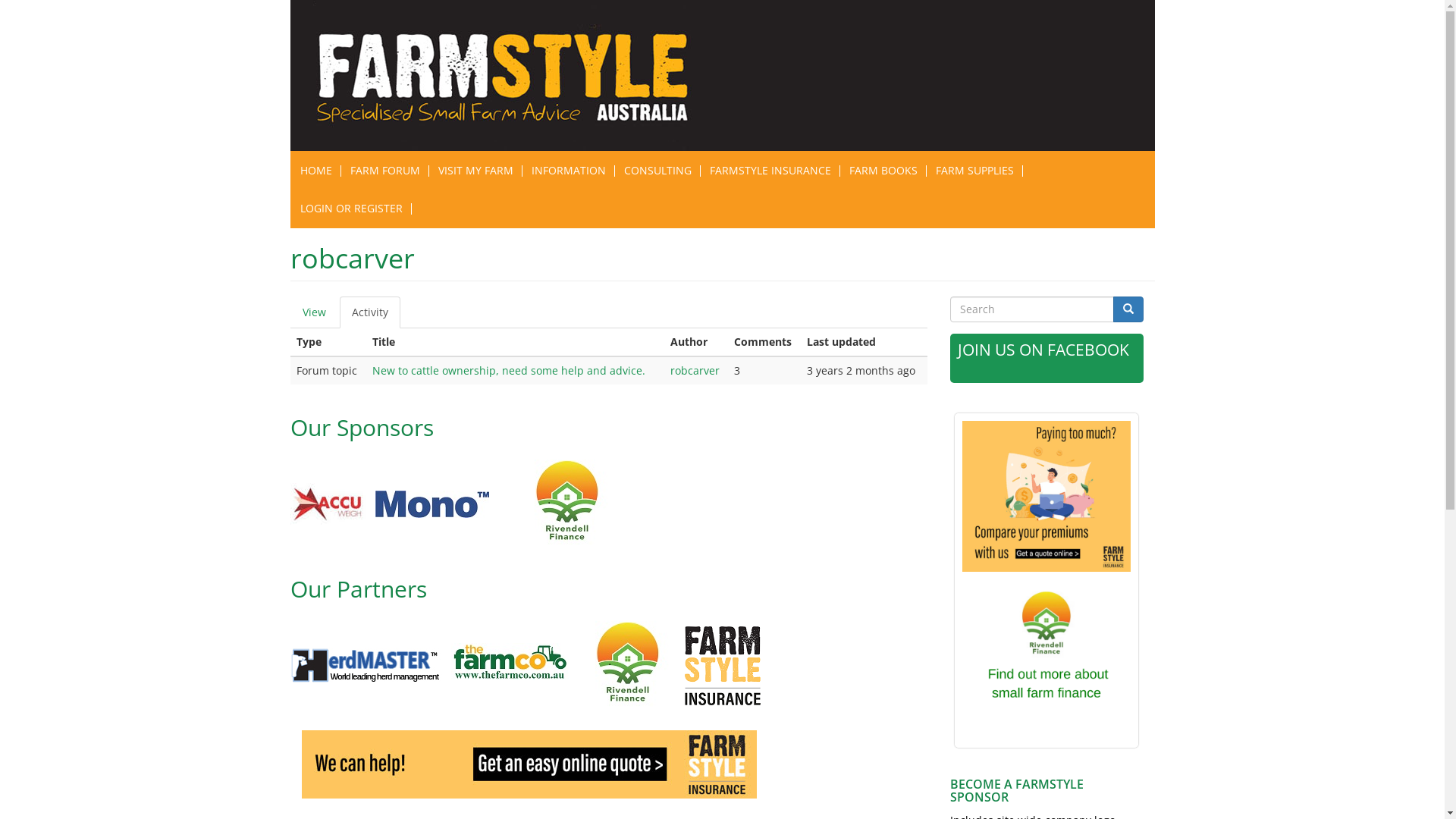 The image size is (1456, 819). What do you see at coordinates (509, 370) in the screenshot?
I see `'New to cattle ownership, need some help and advice.'` at bounding box center [509, 370].